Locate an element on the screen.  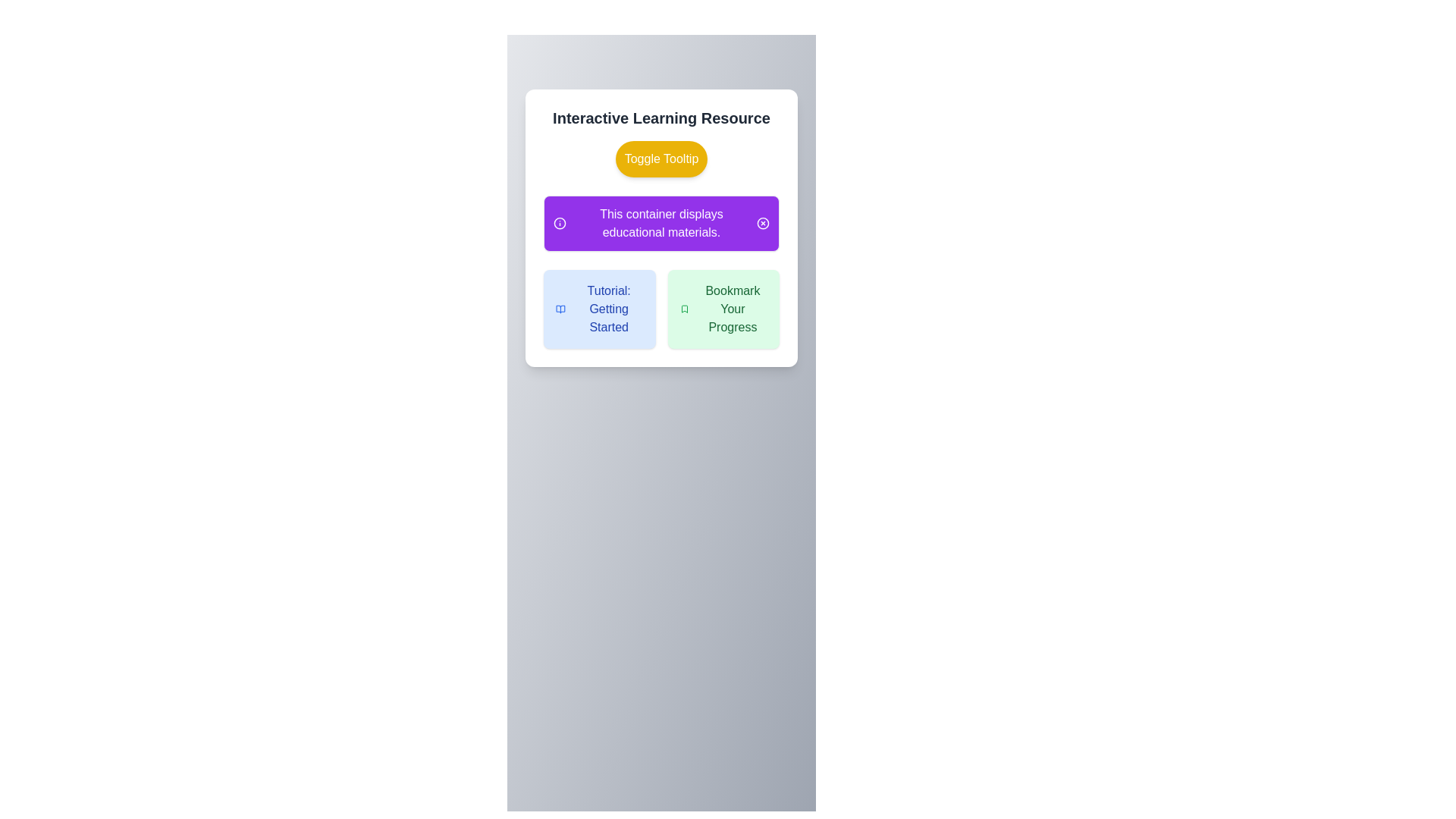
the text label displaying 'Tutorial: Getting Started', which is styled with a medium-weight font in blue and located next to an open book icon is located at coordinates (609, 309).